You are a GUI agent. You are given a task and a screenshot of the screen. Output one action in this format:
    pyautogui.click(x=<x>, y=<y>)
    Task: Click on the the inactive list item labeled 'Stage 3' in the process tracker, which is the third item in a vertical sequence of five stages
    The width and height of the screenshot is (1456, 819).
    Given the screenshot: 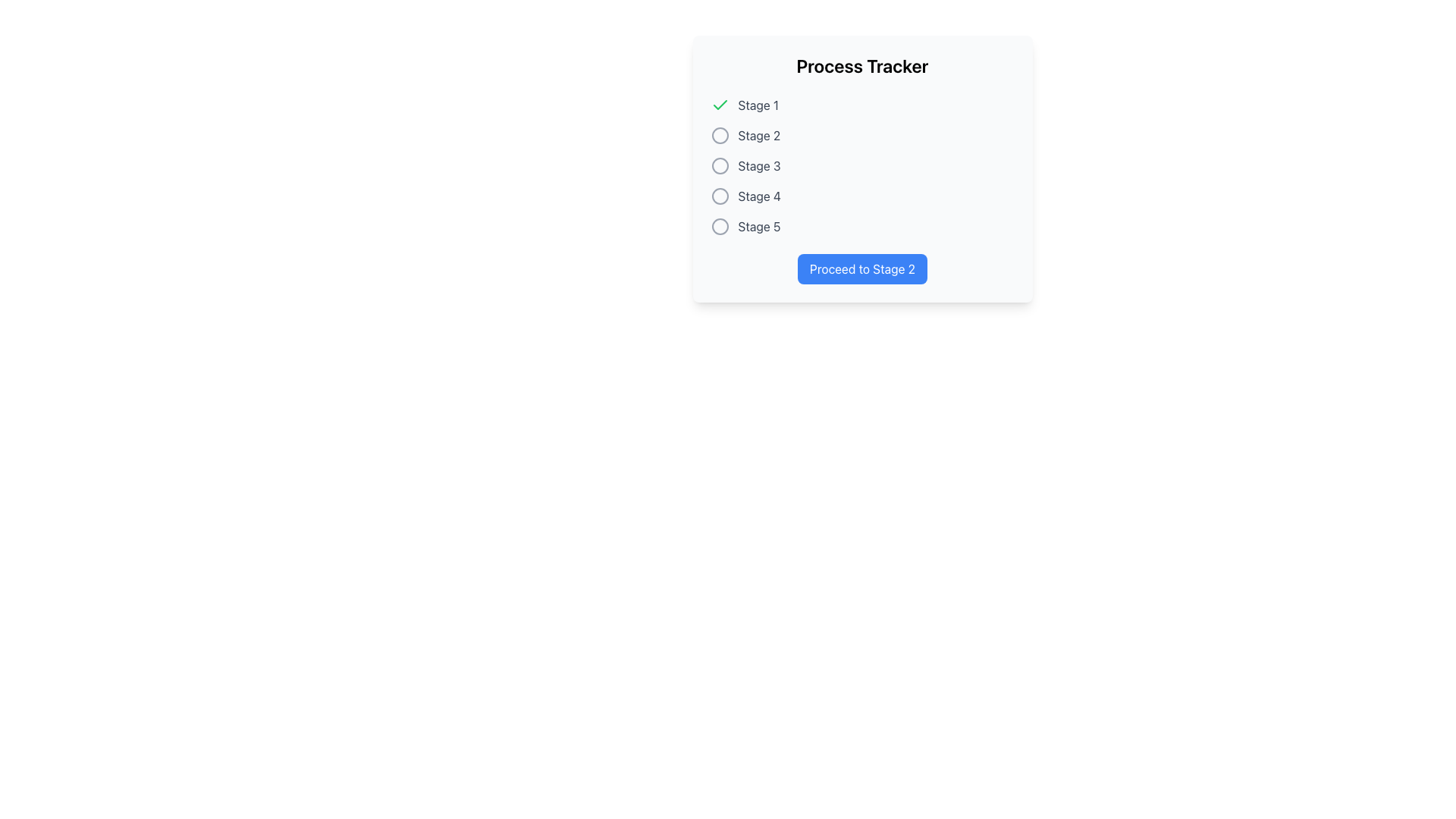 What is the action you would take?
    pyautogui.click(x=862, y=166)
    